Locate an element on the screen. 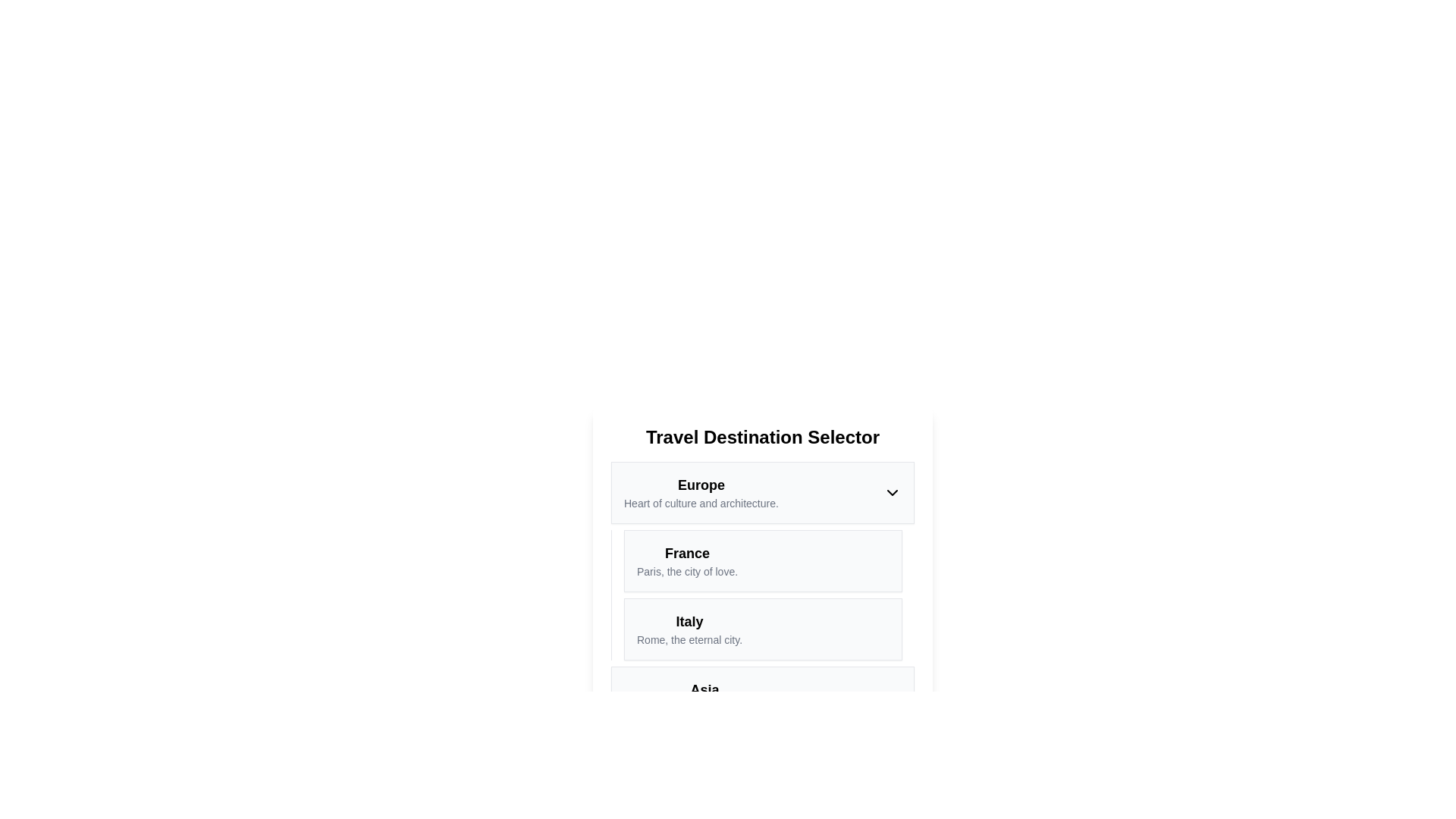 The width and height of the screenshot is (1456, 819). textual information from the text block presenting the title 'France' and its subtitle in the travel destination selection interface, located between 'Europe' and 'Italy' is located at coordinates (686, 561).